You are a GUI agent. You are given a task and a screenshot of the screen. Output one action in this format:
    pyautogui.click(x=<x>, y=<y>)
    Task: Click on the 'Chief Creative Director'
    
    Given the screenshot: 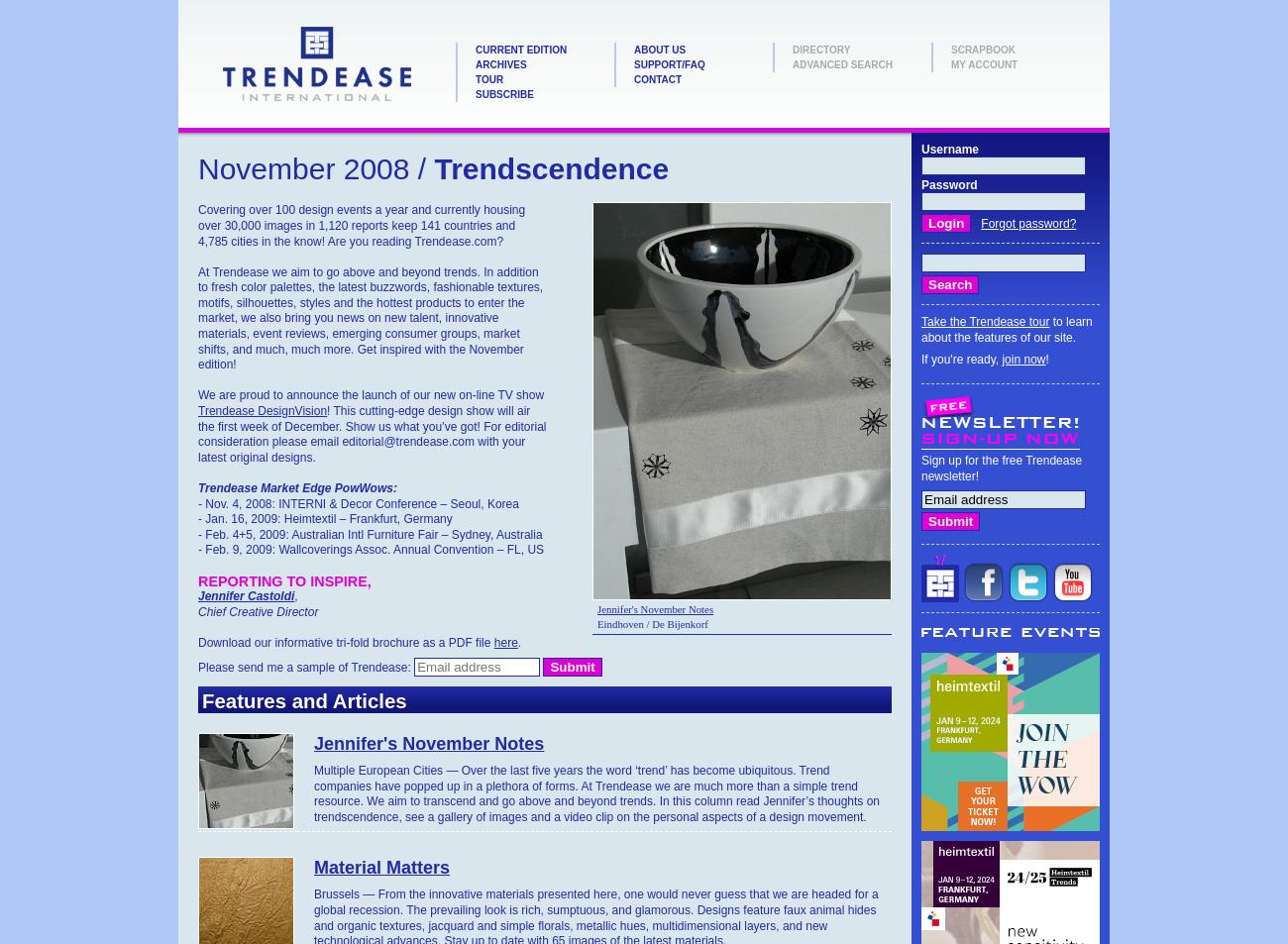 What is the action you would take?
    pyautogui.click(x=197, y=610)
    